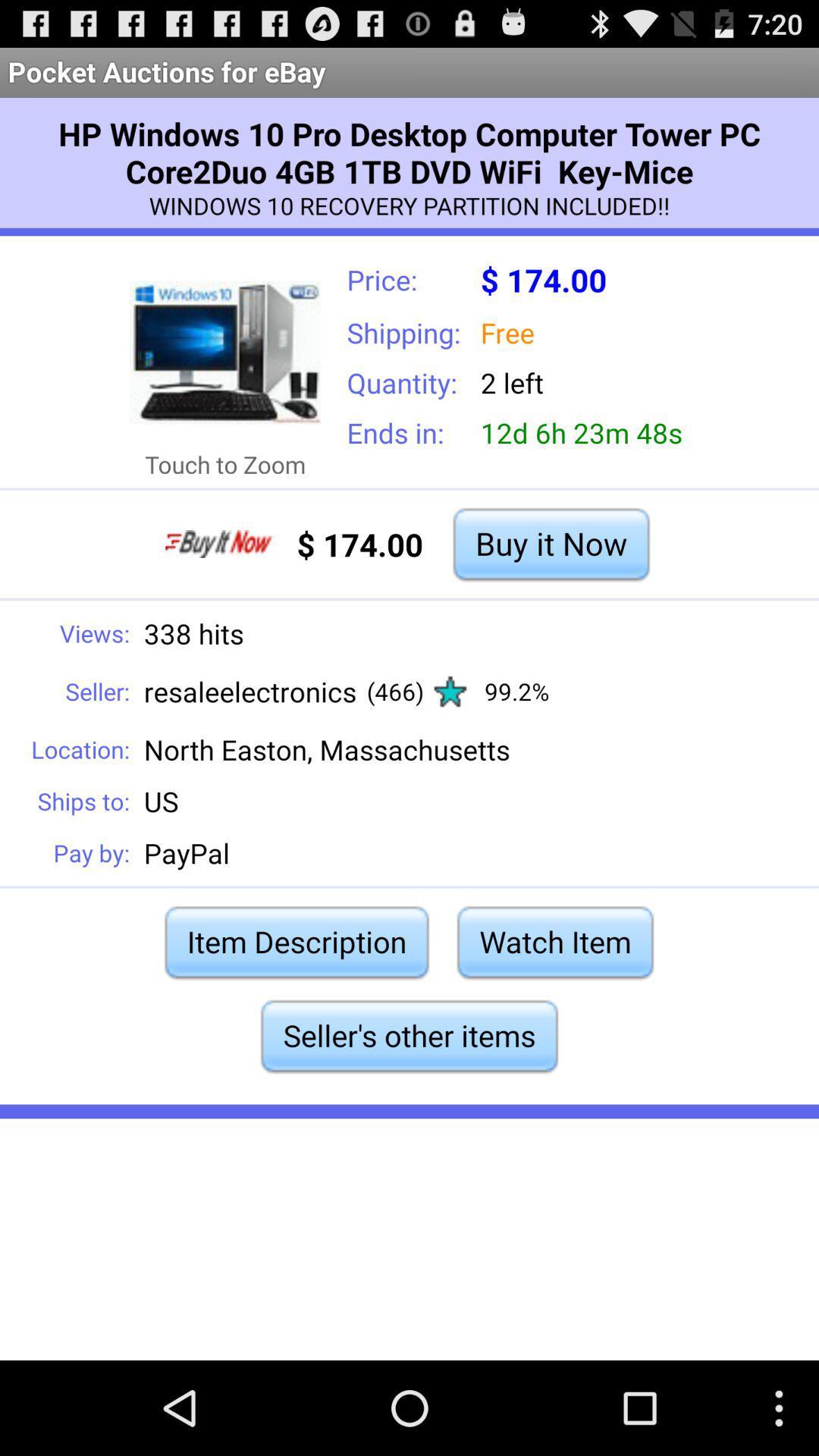 The width and height of the screenshot is (819, 1456). Describe the element at coordinates (409, 1035) in the screenshot. I see `seller s other icon` at that location.